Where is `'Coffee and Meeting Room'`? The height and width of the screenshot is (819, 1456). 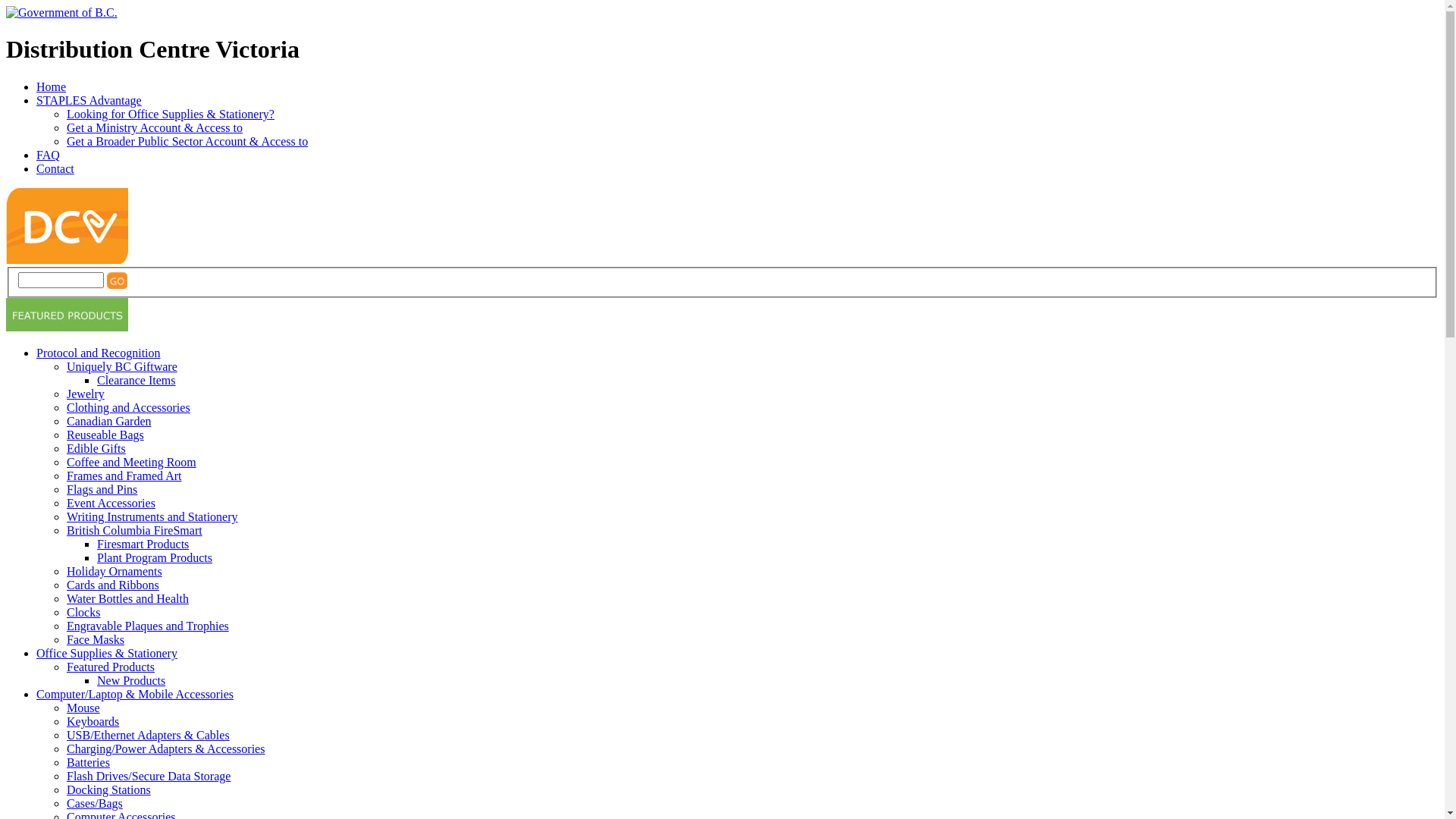
'Coffee and Meeting Room' is located at coordinates (131, 461).